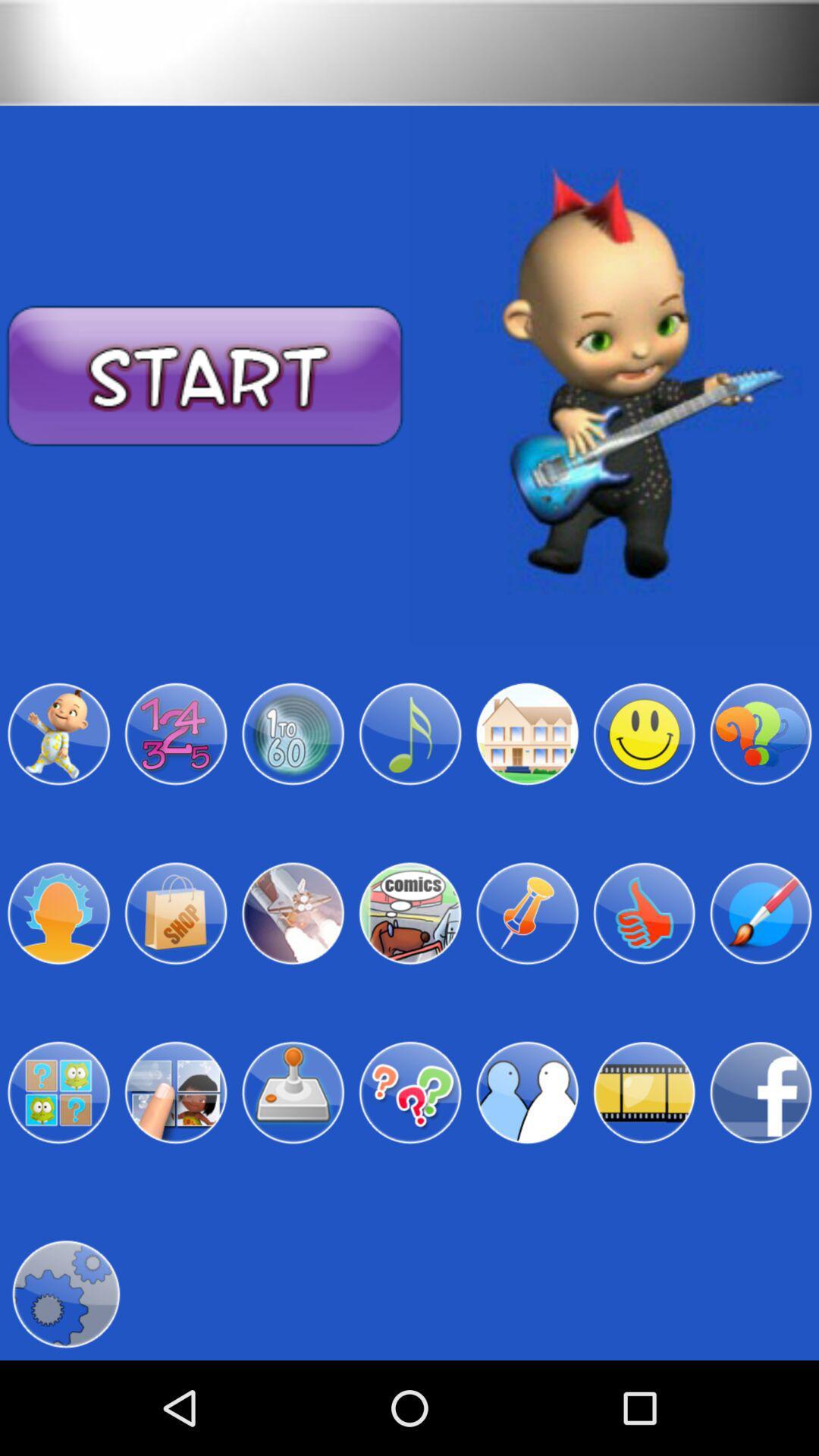 The image size is (819, 1456). Describe the element at coordinates (409, 734) in the screenshot. I see `music switch` at that location.